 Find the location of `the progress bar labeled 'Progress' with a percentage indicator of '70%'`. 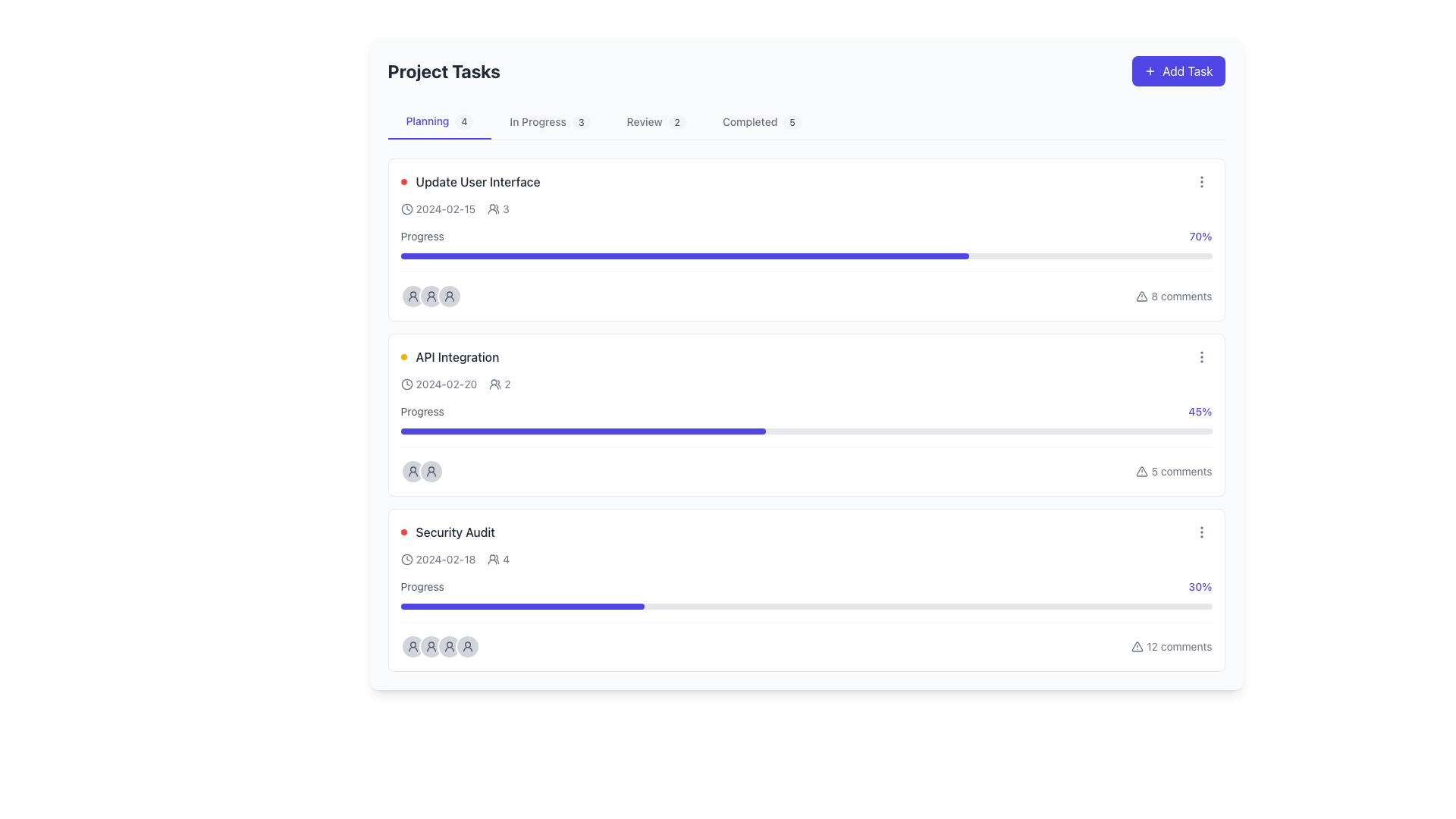

the progress bar labeled 'Progress' with a percentage indicator of '70%' is located at coordinates (805, 243).